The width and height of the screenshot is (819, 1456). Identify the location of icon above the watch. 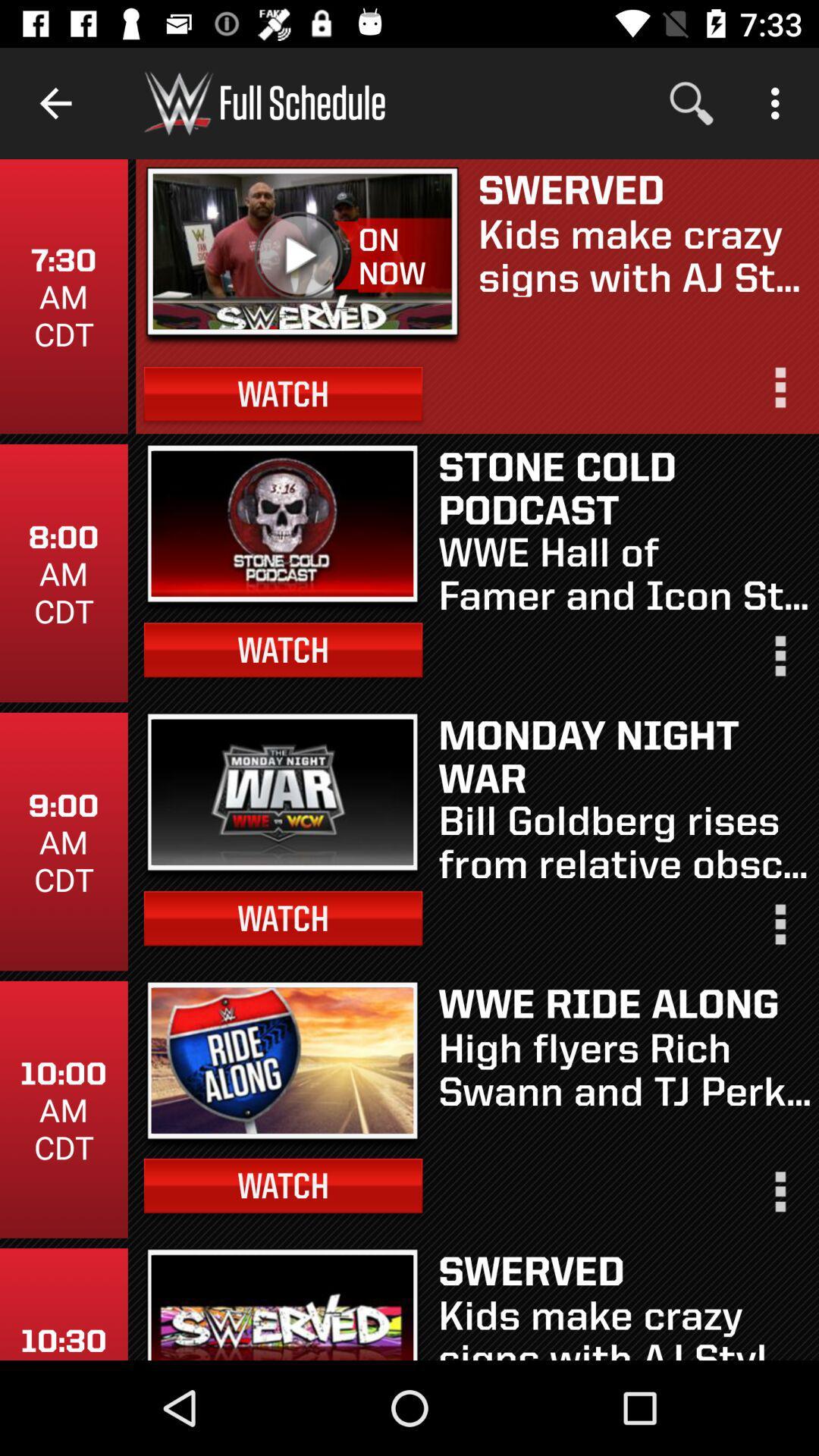
(303, 256).